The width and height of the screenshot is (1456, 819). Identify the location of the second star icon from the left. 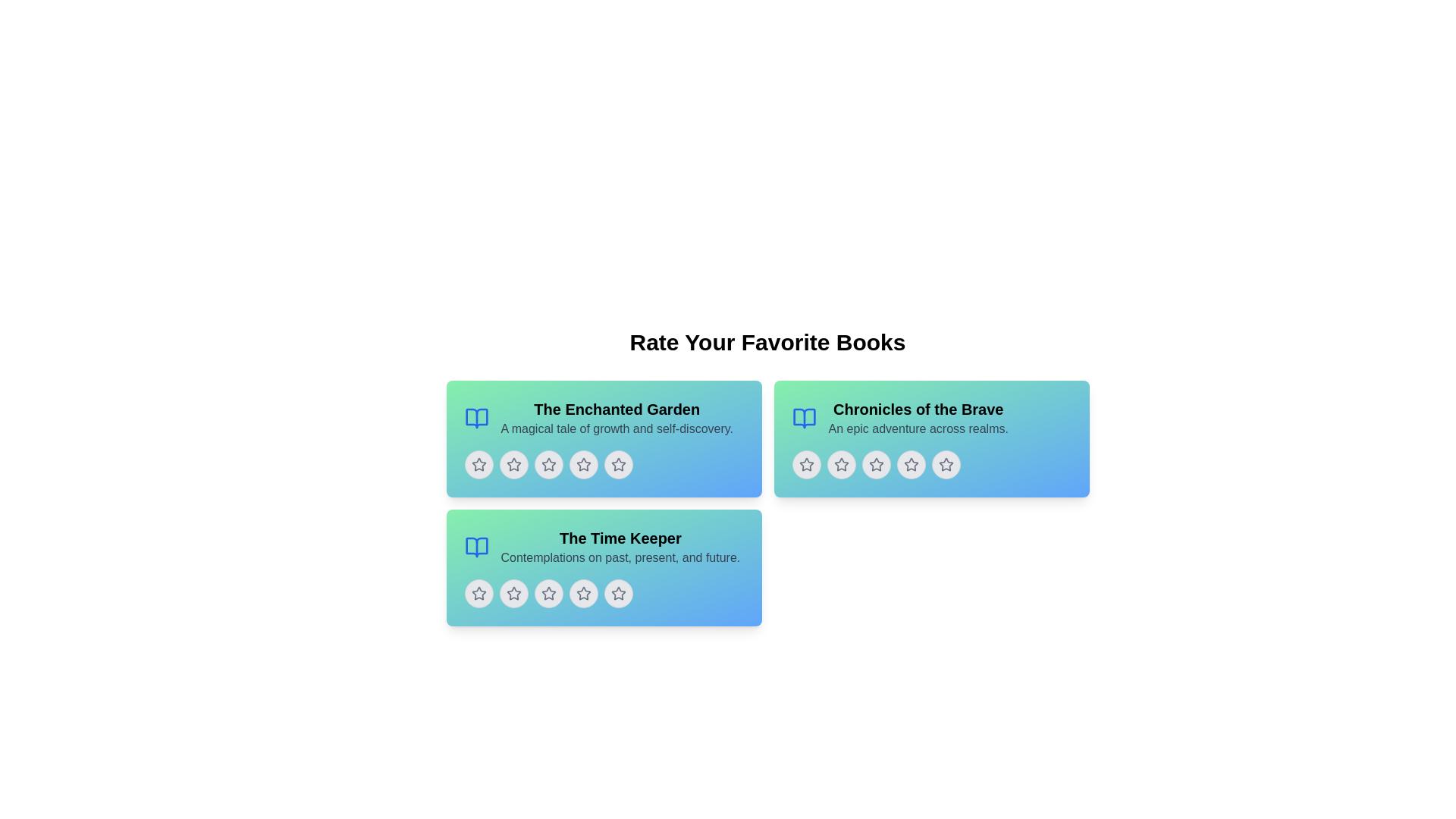
(840, 463).